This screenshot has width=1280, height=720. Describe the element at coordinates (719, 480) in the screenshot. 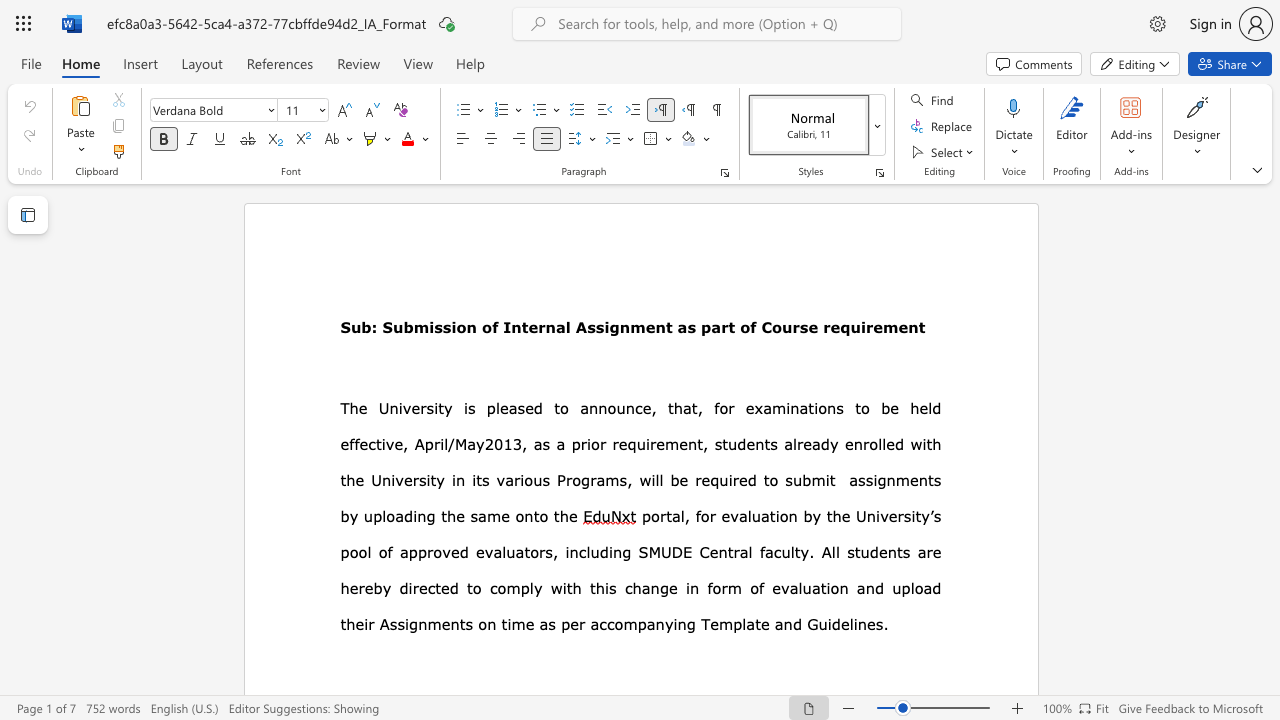

I see `the subset text "uired to" within the text "will be required to"` at that location.